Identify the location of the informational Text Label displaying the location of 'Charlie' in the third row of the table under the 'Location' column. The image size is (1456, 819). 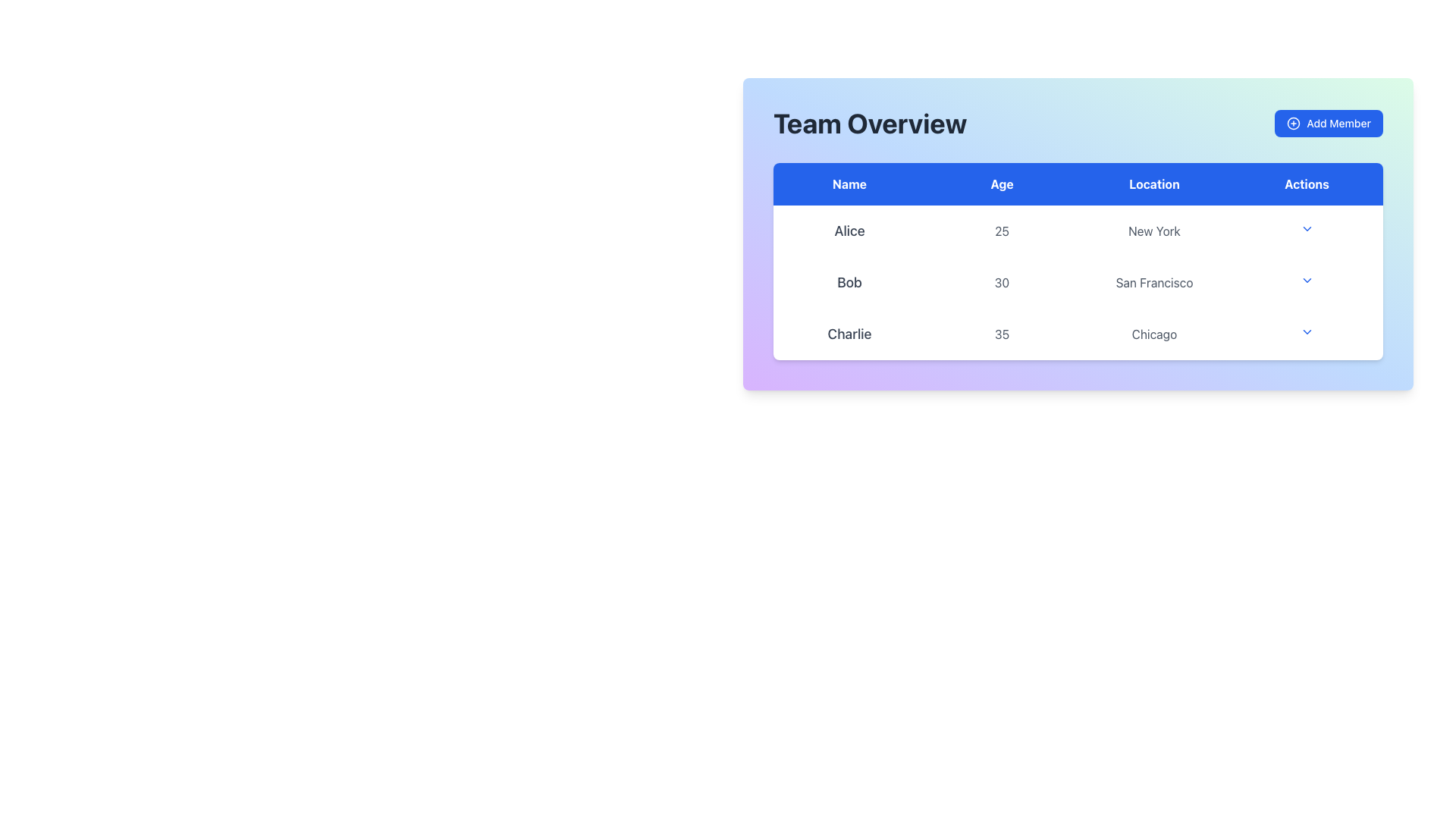
(1153, 333).